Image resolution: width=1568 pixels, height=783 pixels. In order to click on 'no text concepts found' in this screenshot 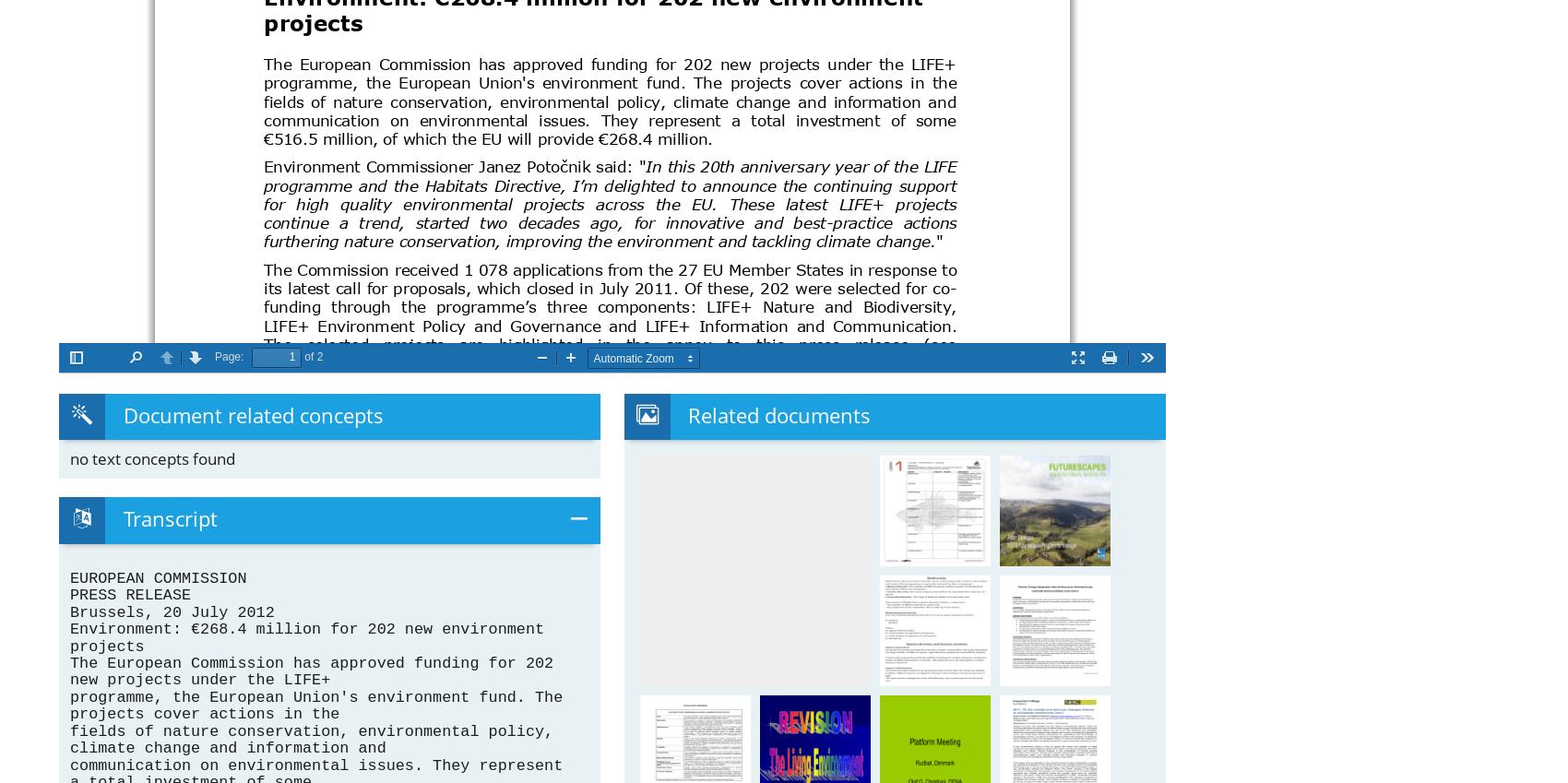, I will do `click(151, 457)`.